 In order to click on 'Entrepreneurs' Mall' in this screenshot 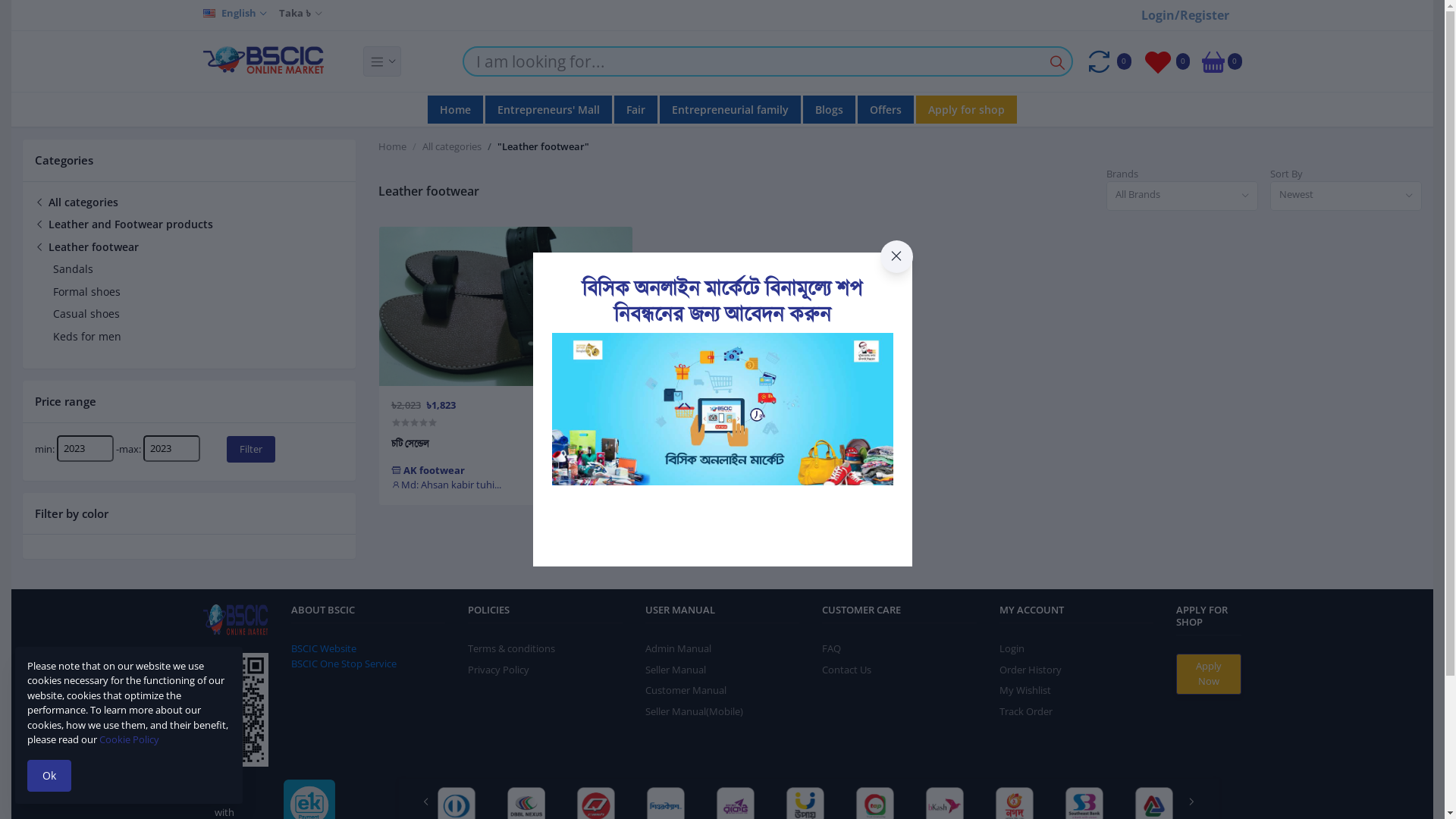, I will do `click(484, 108)`.